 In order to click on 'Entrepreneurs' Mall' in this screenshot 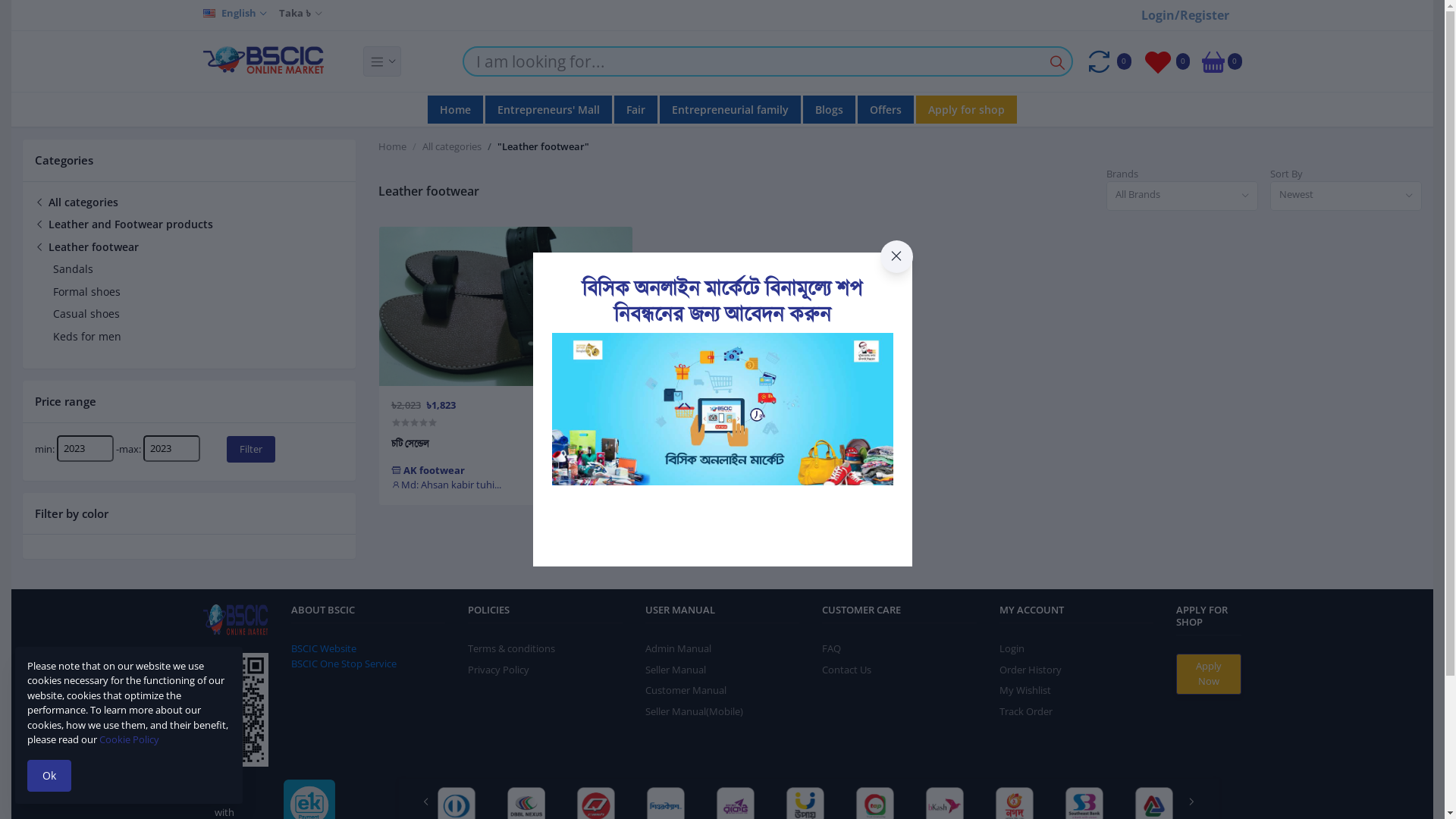, I will do `click(484, 108)`.